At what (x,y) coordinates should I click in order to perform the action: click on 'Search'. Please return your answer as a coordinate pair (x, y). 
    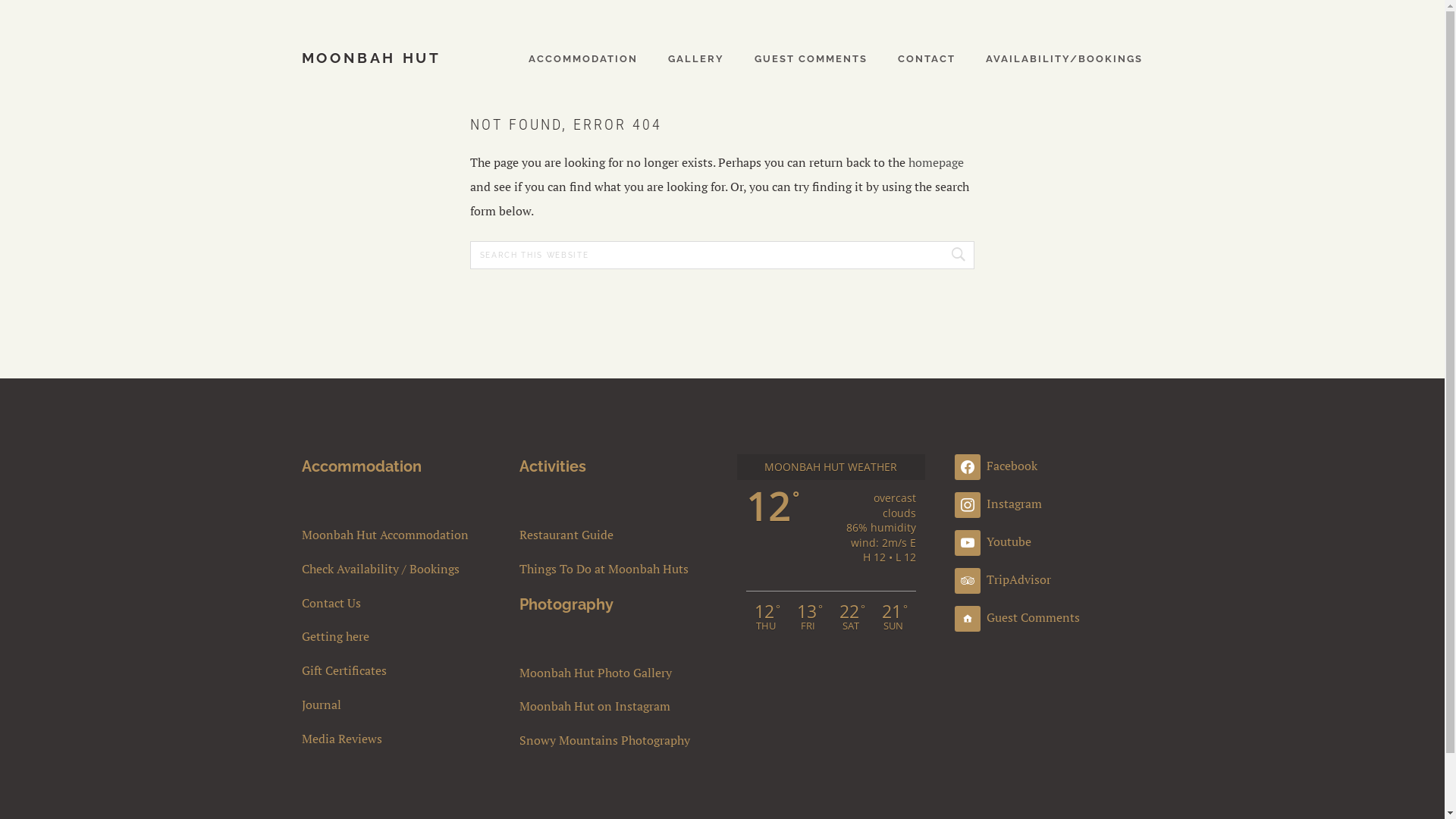
    Looking at the image, I should click on (954, 254).